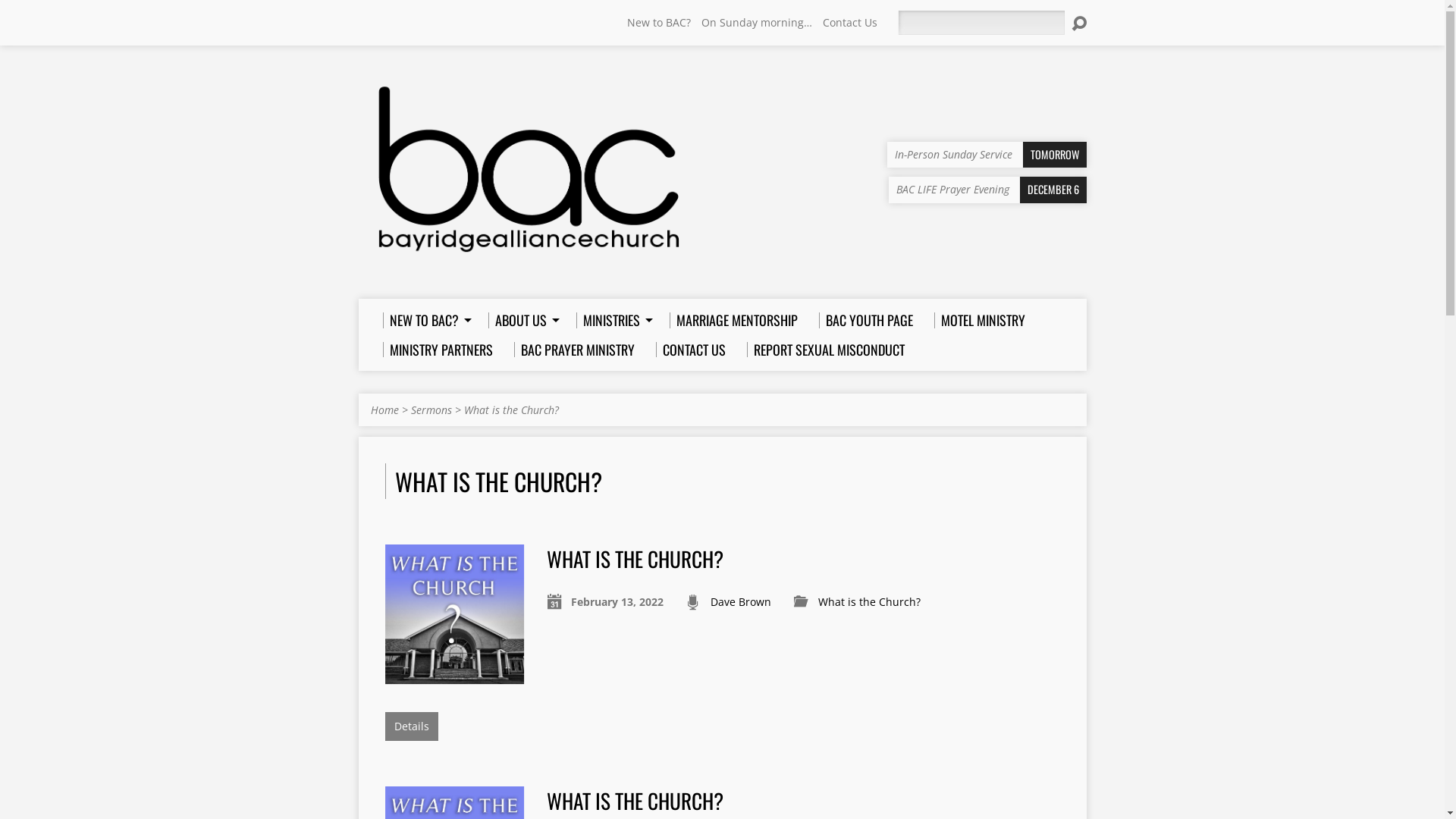 This screenshot has height=819, width=1456. Describe the element at coordinates (385, 725) in the screenshot. I see `'Details'` at that location.